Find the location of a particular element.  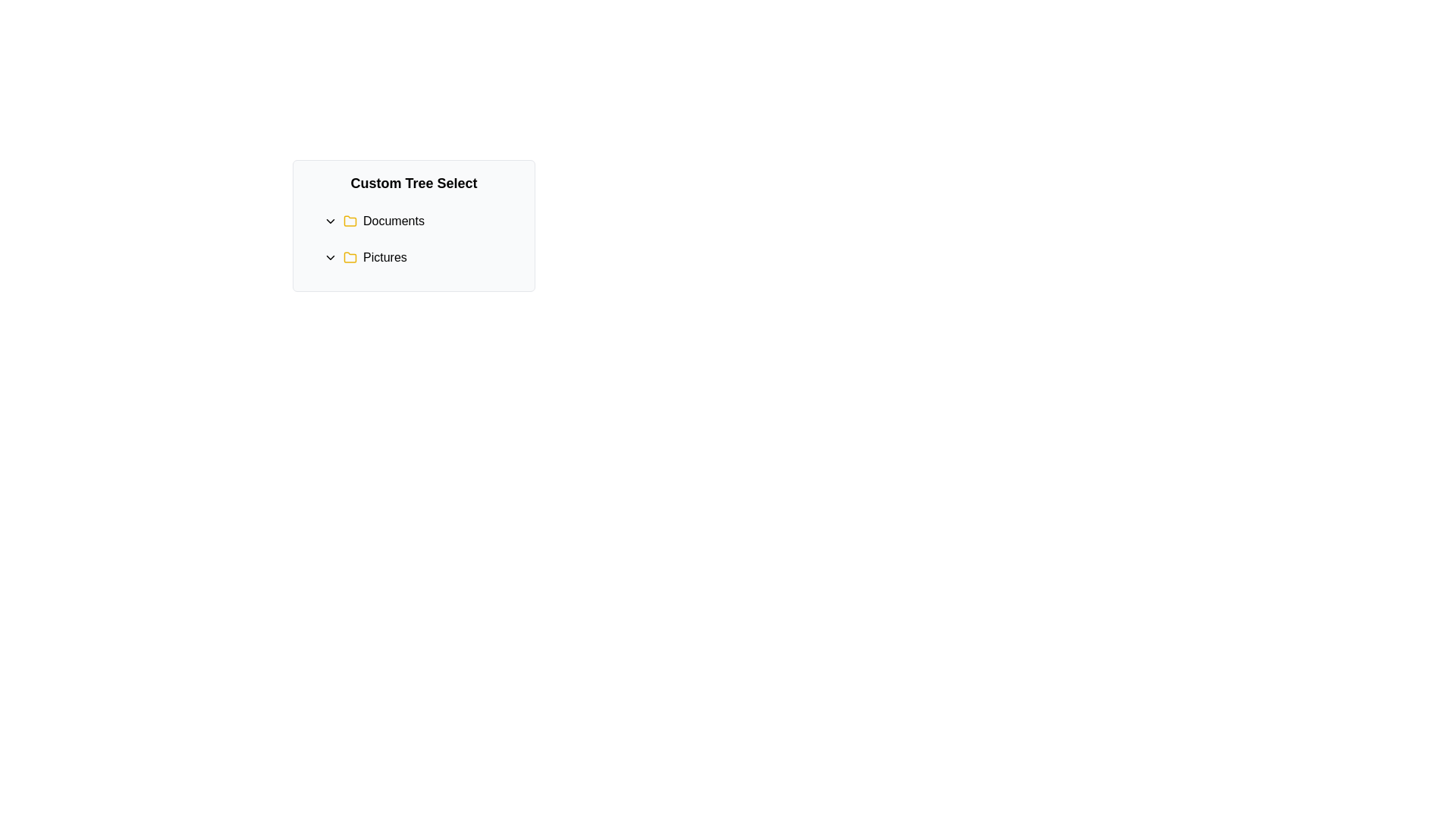

the folder icon that represents the 'Pictures' section in the file hierarchy, located directly below the 'Documents' folder icon is located at coordinates (349, 256).